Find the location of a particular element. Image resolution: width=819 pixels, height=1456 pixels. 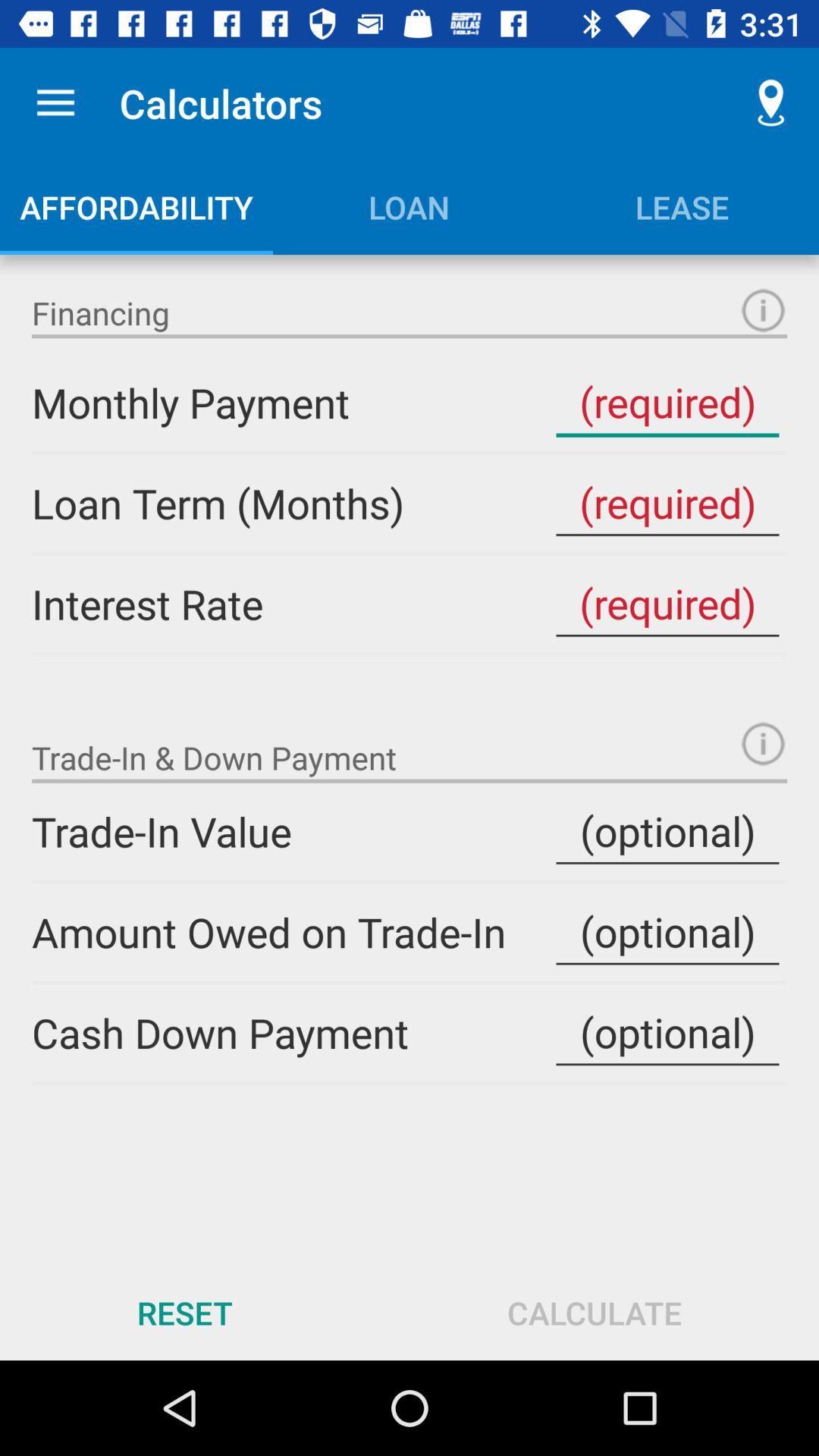

reset is located at coordinates (184, 1312).